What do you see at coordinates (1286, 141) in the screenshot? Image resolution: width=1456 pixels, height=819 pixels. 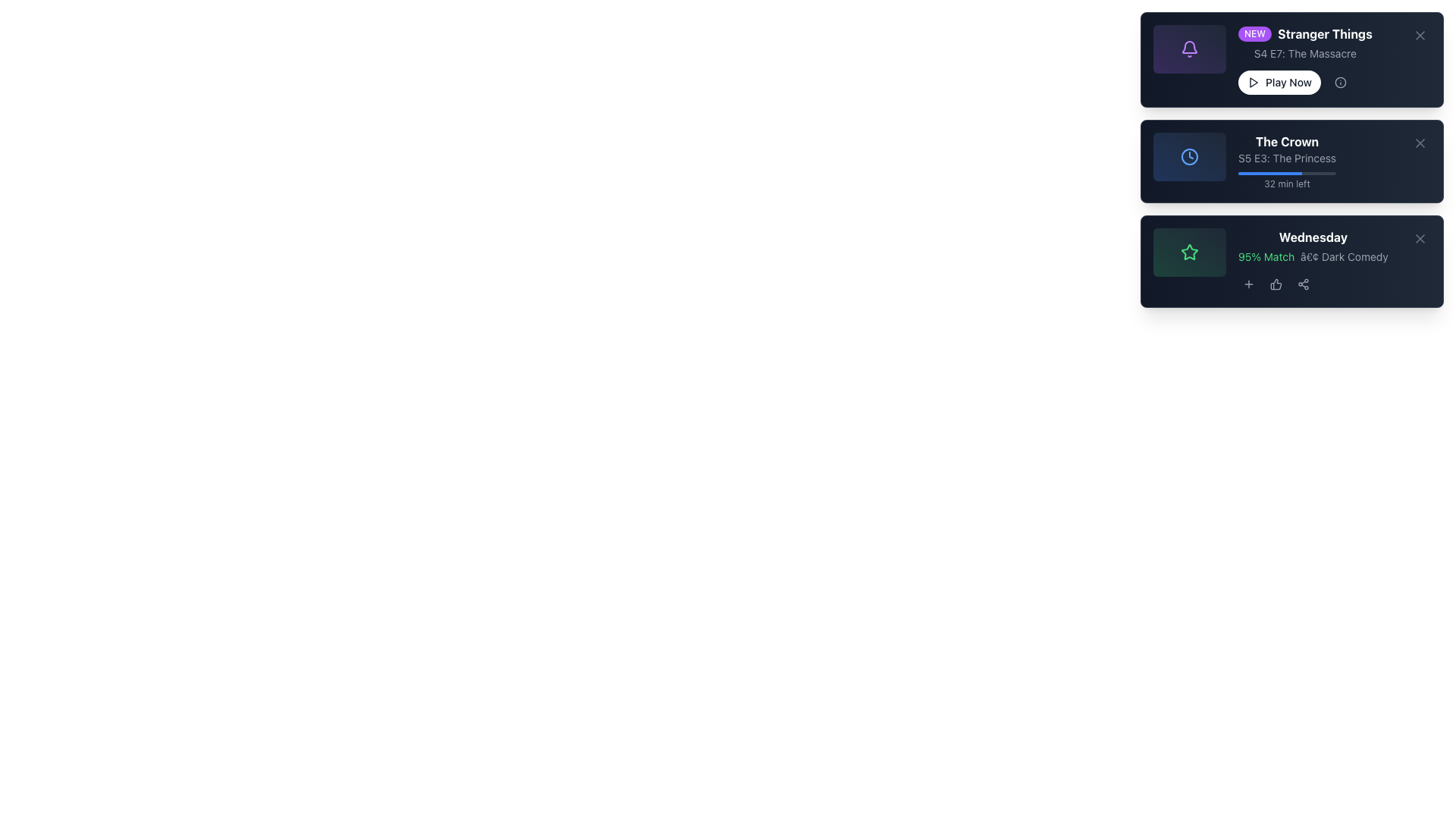 I see `series title from the text label that displays "The Crown" in bold white text on a dark background, positioned centrally at the top of the interface` at bounding box center [1286, 141].